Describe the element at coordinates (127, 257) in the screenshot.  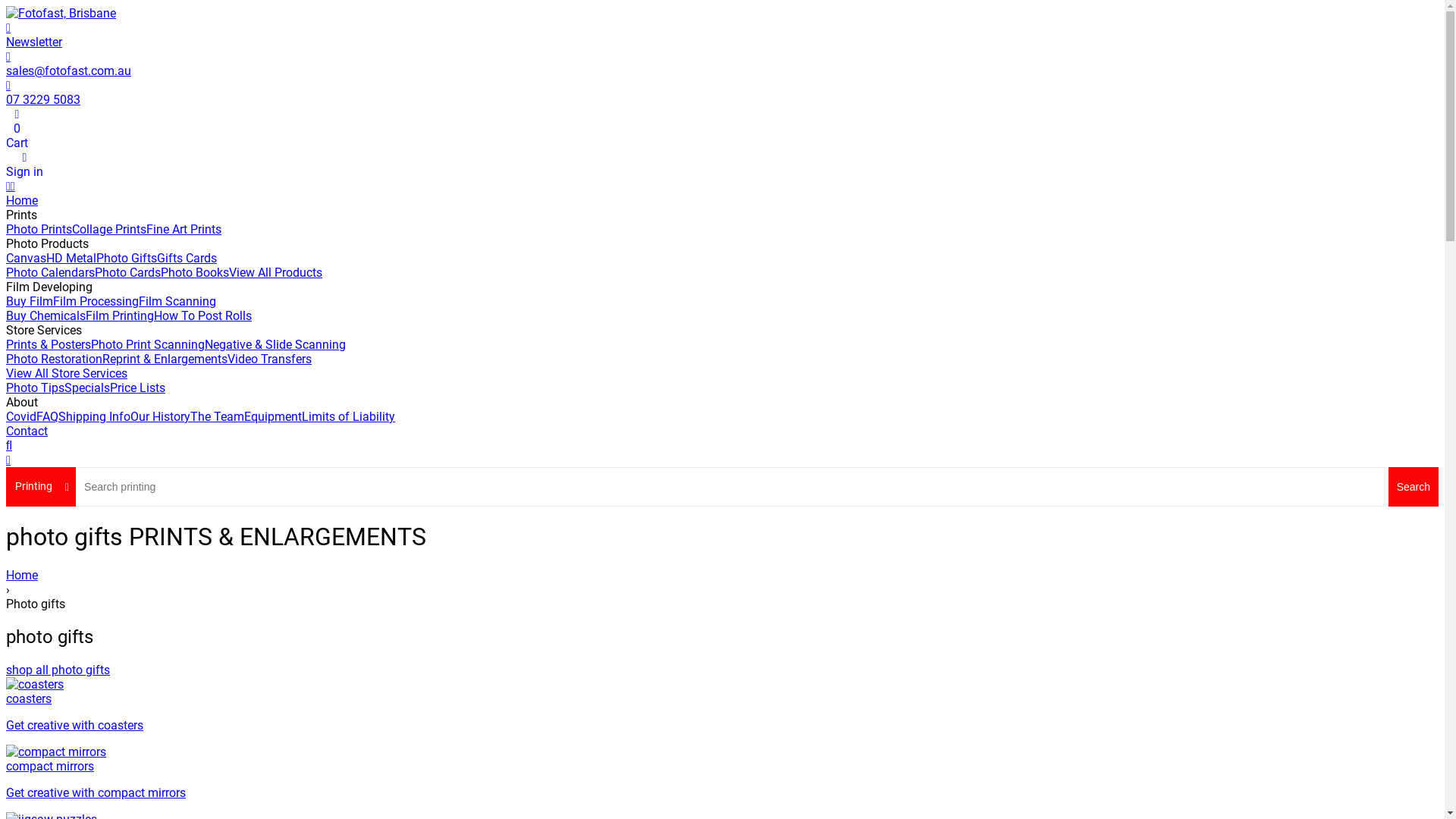
I see `'Photo Gifts'` at that location.